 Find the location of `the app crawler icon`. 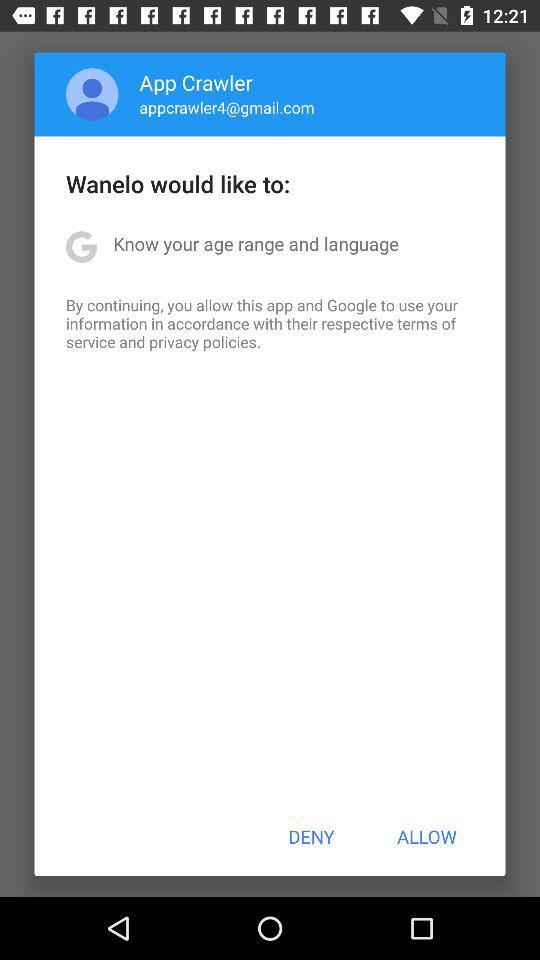

the app crawler icon is located at coordinates (196, 82).